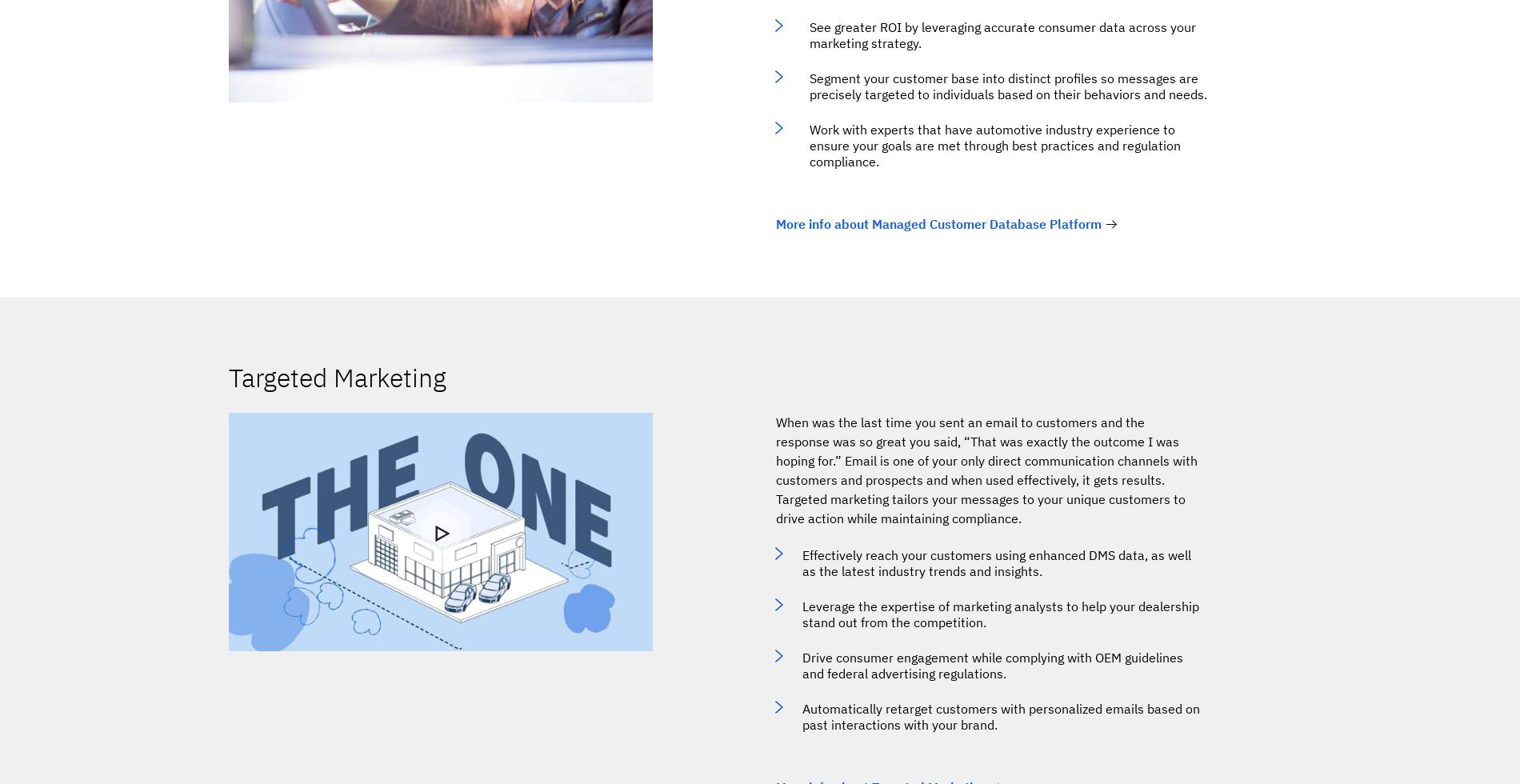 The width and height of the screenshot is (1520, 784). Describe the element at coordinates (938, 223) in the screenshot. I see `'More info about Managed Customer Database Platform'` at that location.